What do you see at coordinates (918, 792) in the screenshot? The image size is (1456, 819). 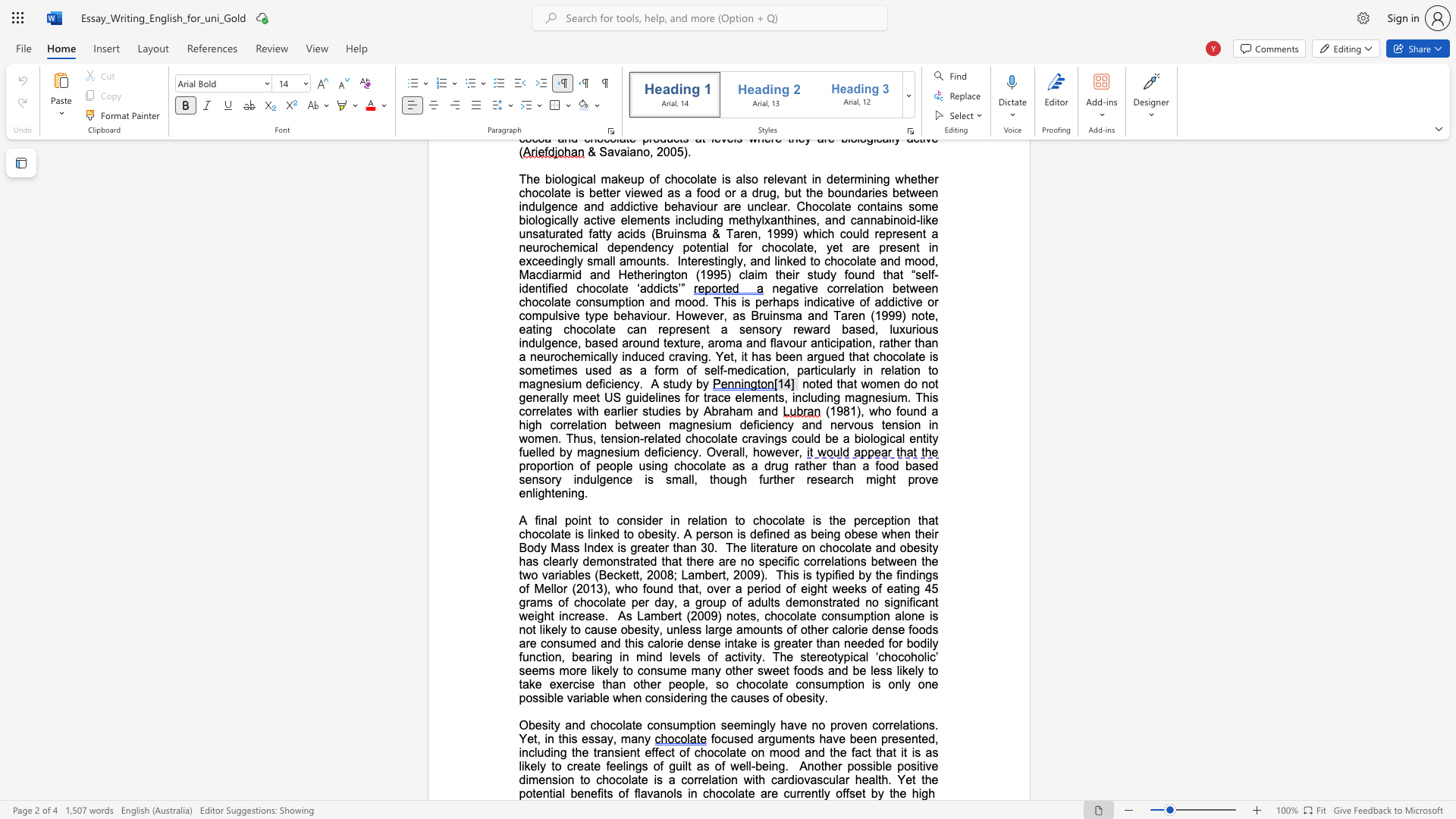 I see `the subset text "igh" within the text "Another possible positive dimension to chocolate is a correlation with cardiovascular health. Yet the potential benefits of flavanols in chocolate are currently offset by the high"` at bounding box center [918, 792].